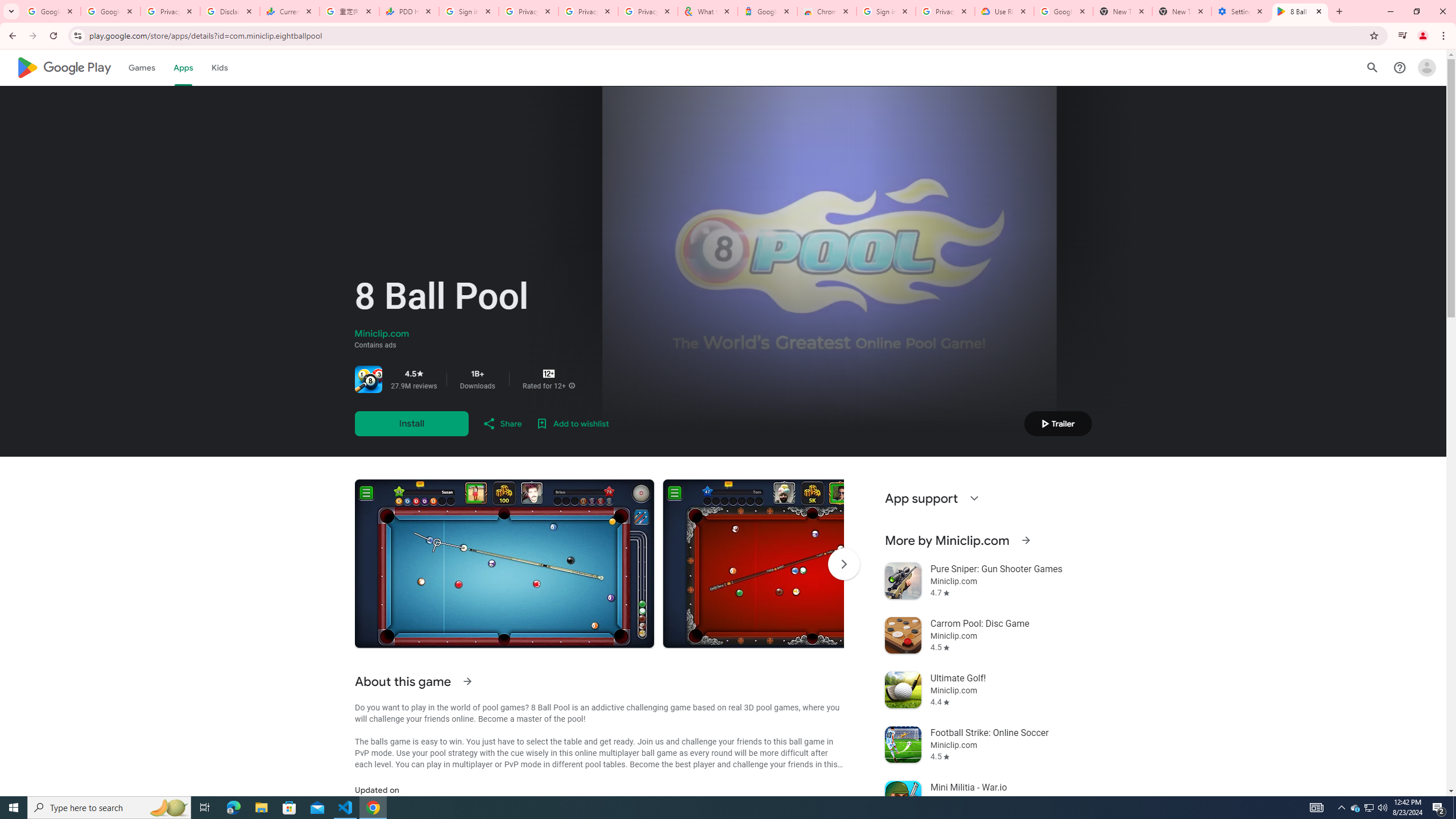 The height and width of the screenshot is (819, 1456). What do you see at coordinates (1182, 11) in the screenshot?
I see `'New Tab'` at bounding box center [1182, 11].